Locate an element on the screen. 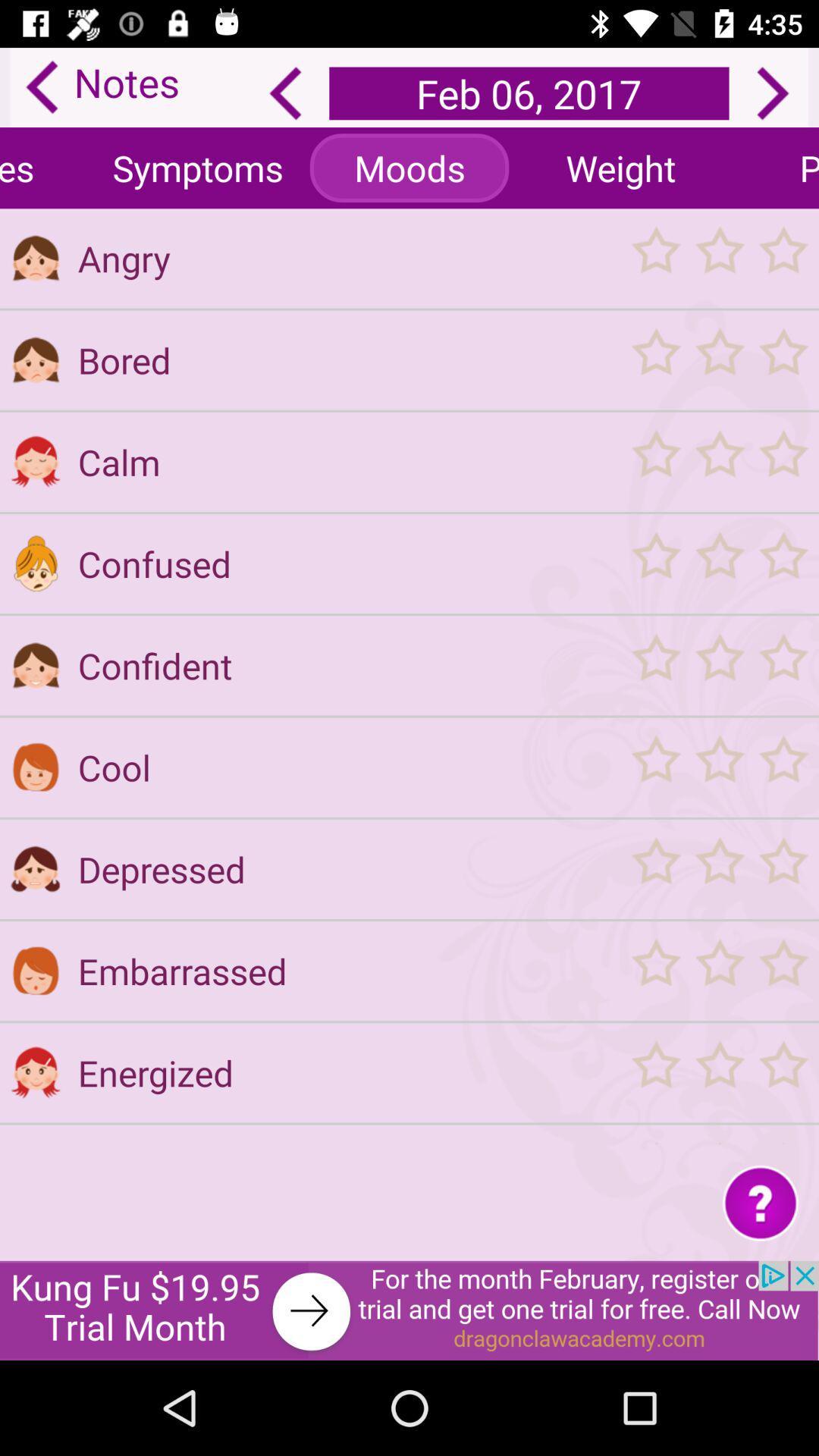 The height and width of the screenshot is (1456, 819). the arrow_forward icon is located at coordinates (773, 93).